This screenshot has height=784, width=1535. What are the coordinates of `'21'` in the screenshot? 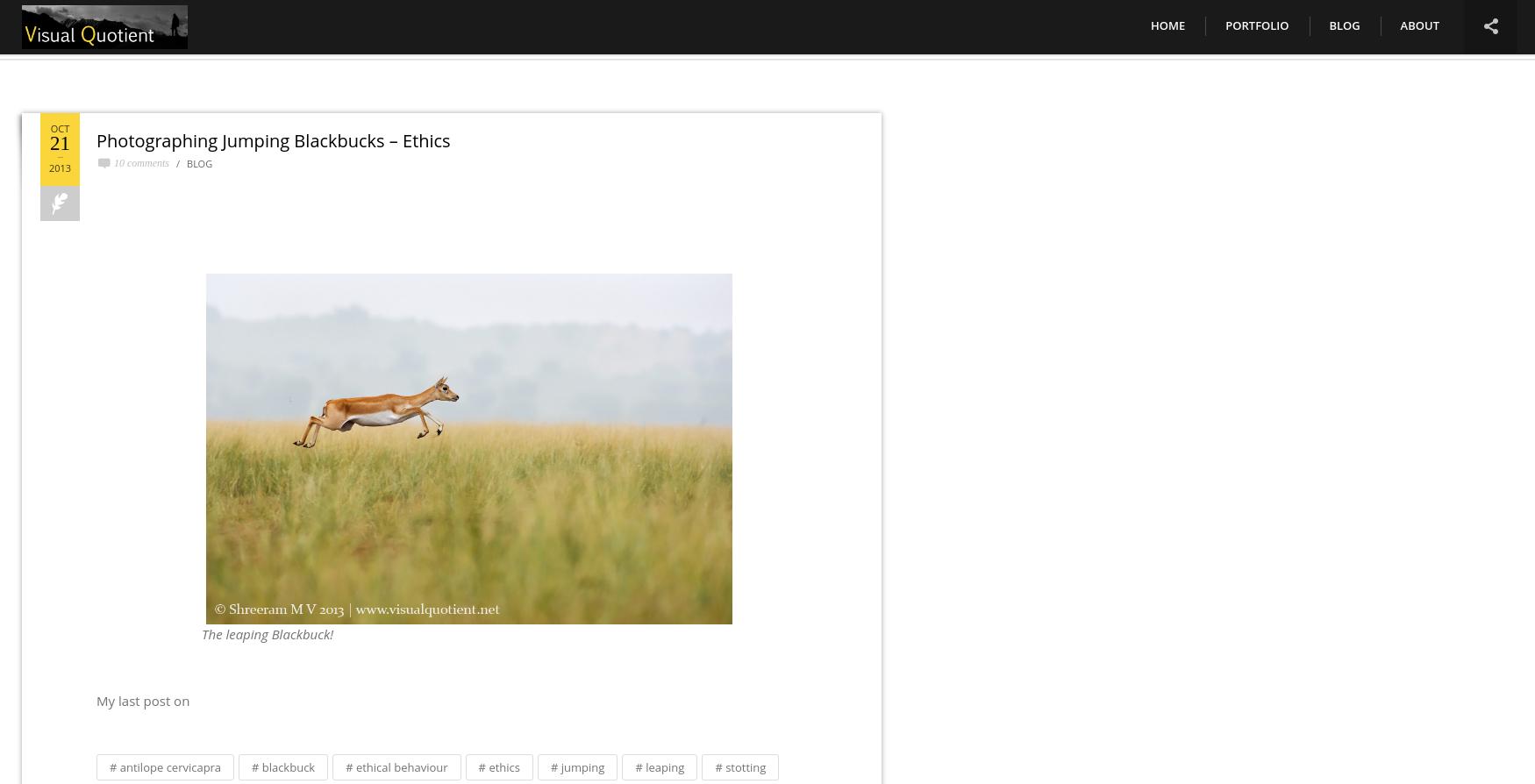 It's located at (60, 143).